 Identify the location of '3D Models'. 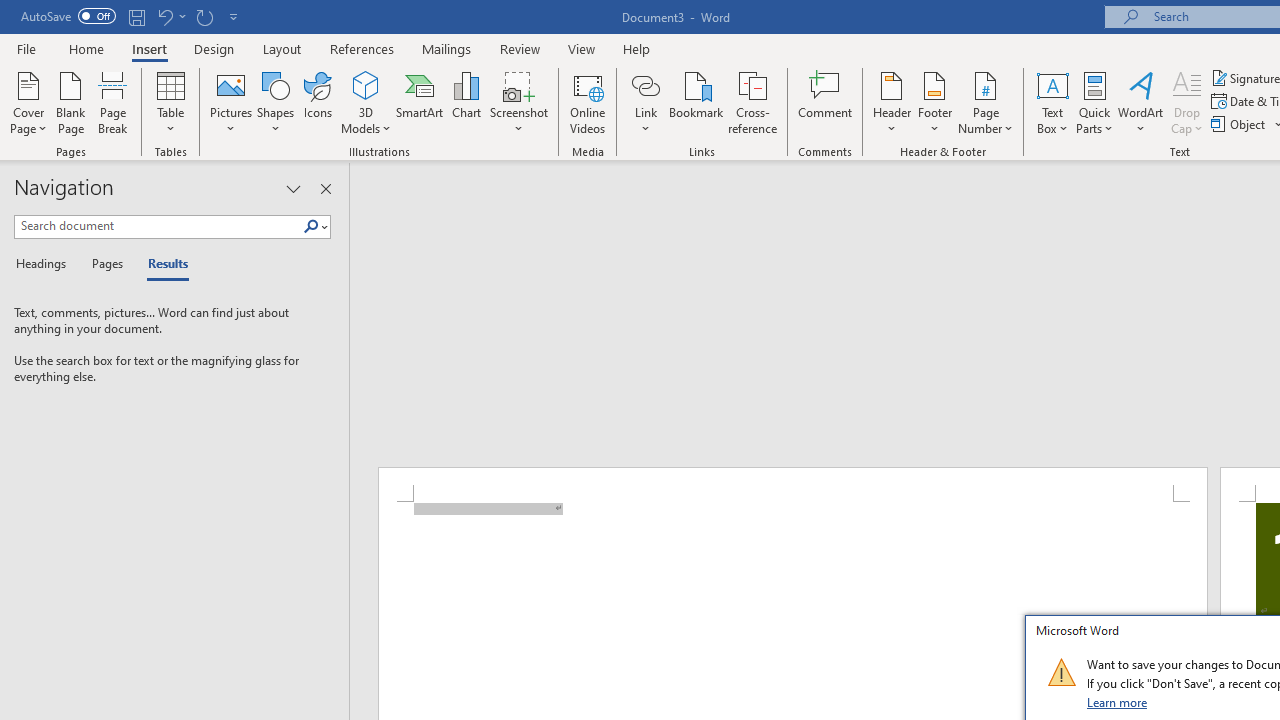
(366, 84).